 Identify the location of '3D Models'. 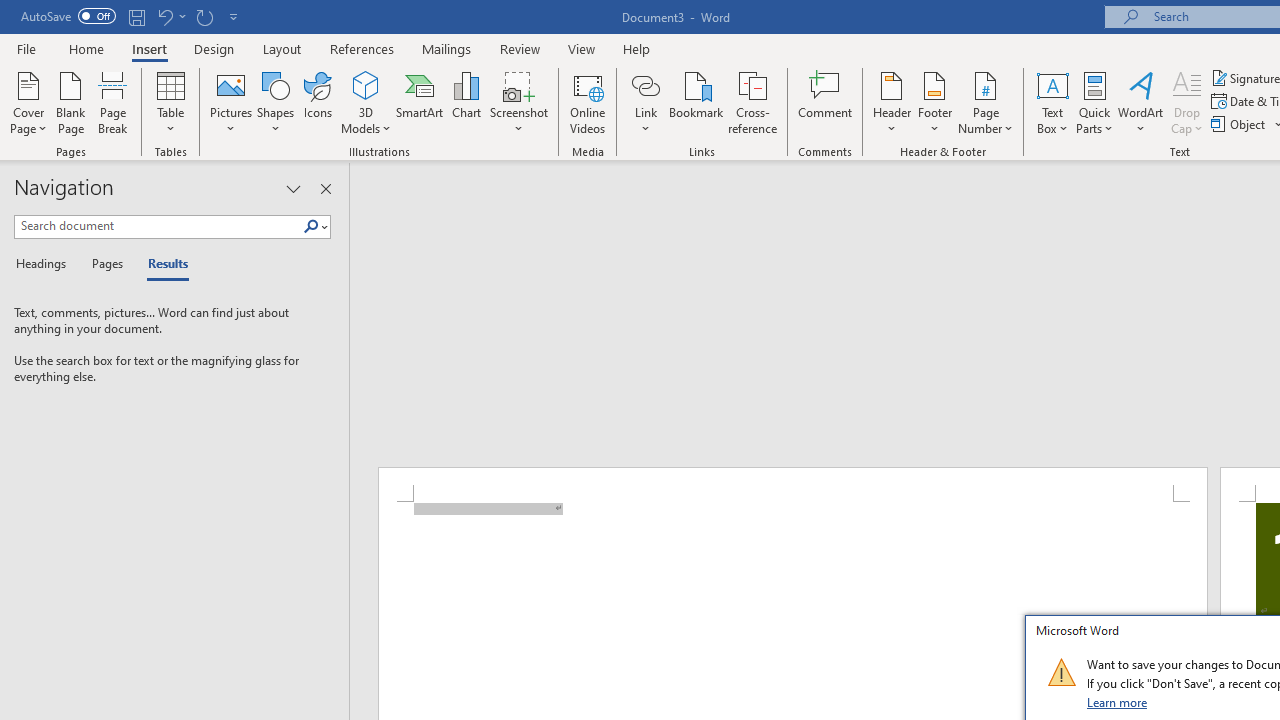
(366, 84).